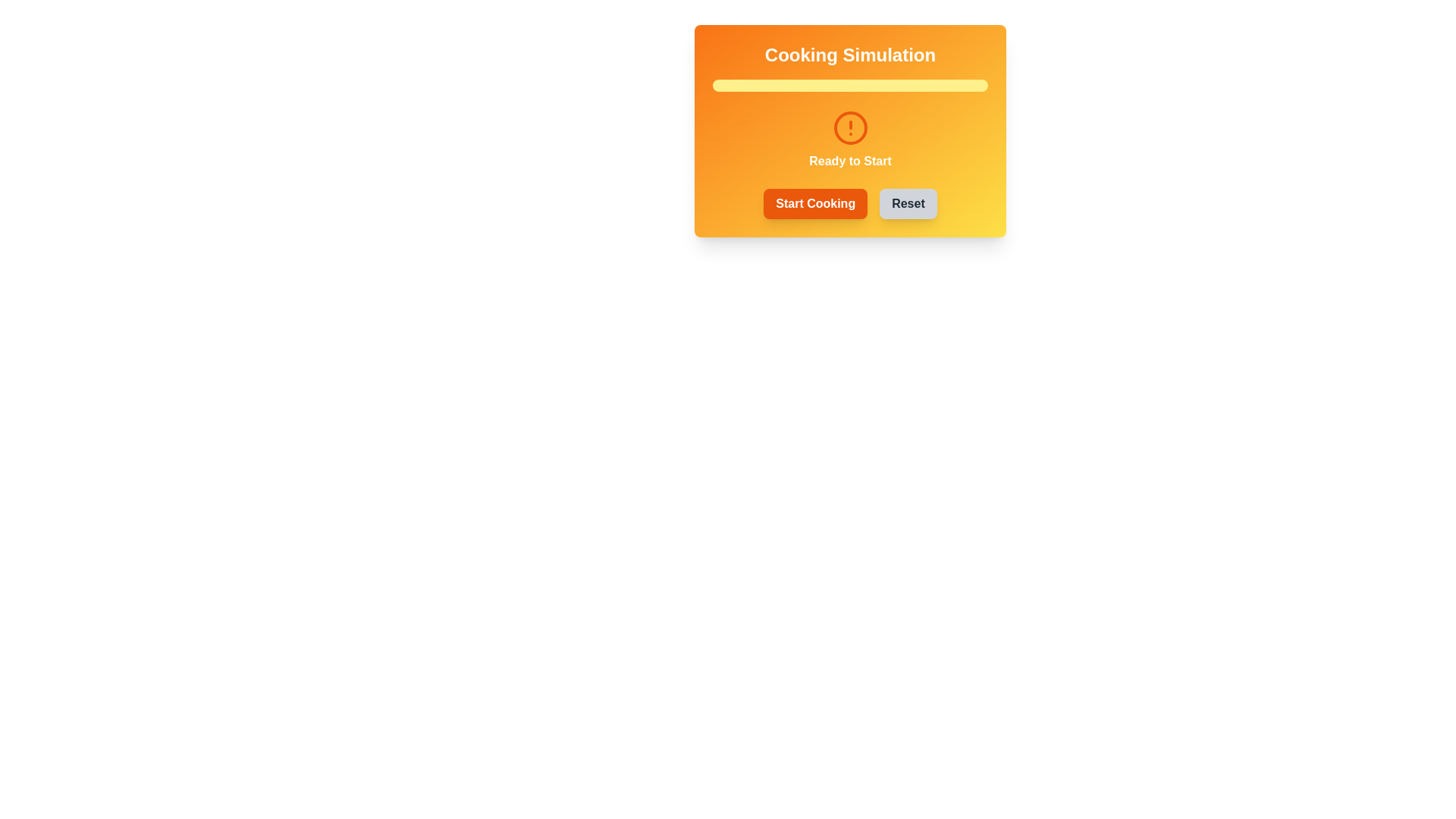 This screenshot has height=819, width=1456. Describe the element at coordinates (908, 203) in the screenshot. I see `the reset button located in the bottom-right corner of the two-button group, which is positioned near the center of the interface` at that location.